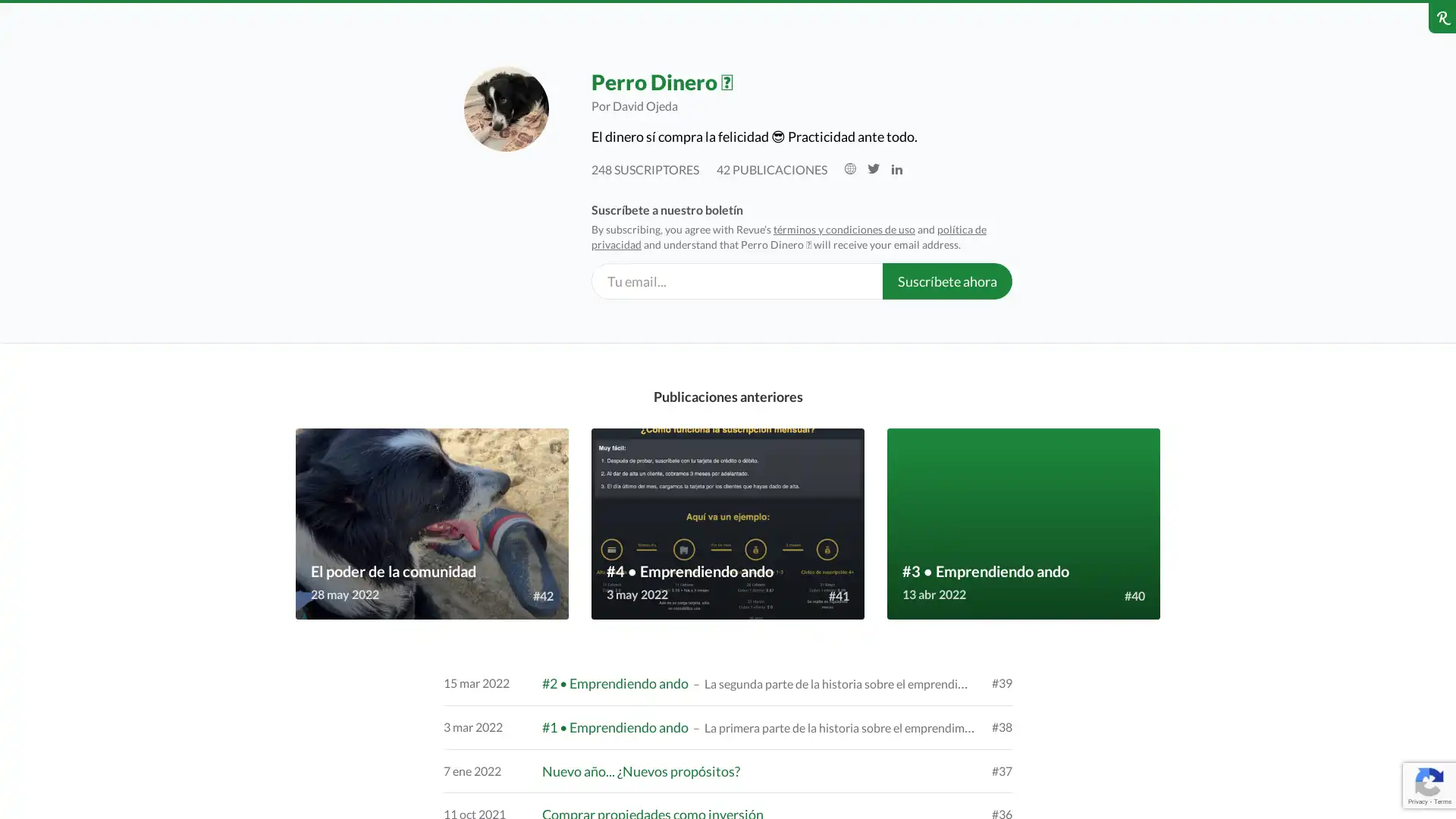 This screenshot has width=1456, height=819. Describe the element at coordinates (946, 281) in the screenshot. I see `Suscribete ahora` at that location.